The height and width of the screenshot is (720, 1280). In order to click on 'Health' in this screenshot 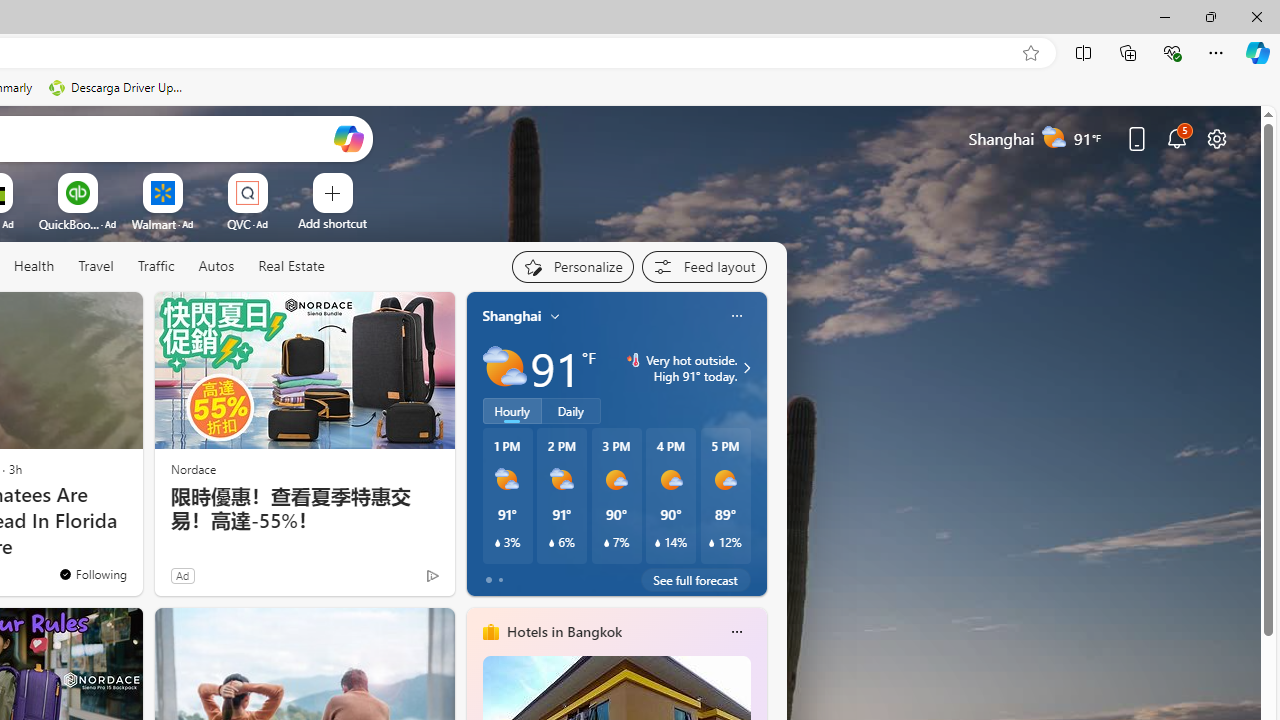, I will do `click(33, 266)`.